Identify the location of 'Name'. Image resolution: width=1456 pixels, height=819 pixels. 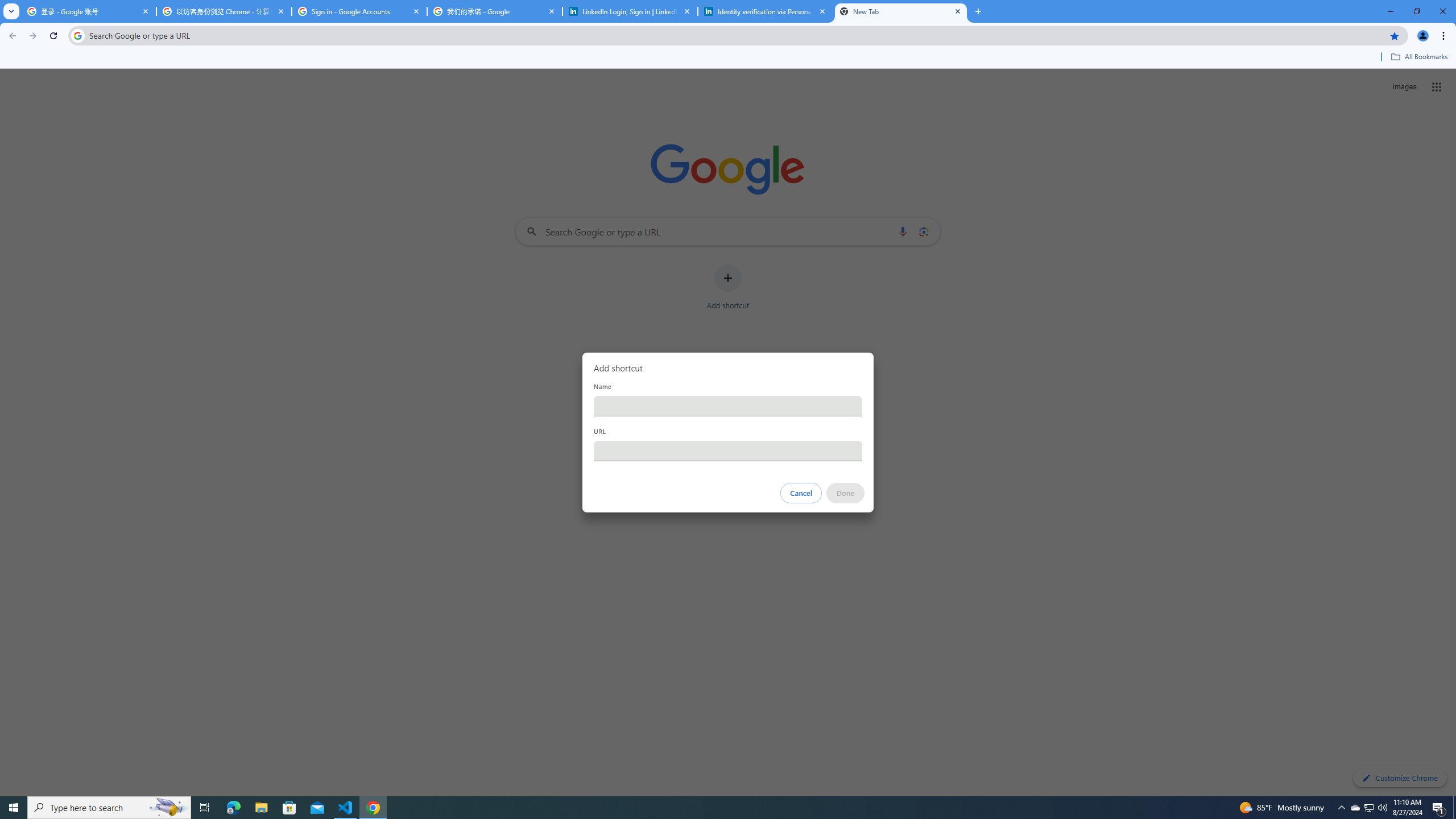
(728, 405).